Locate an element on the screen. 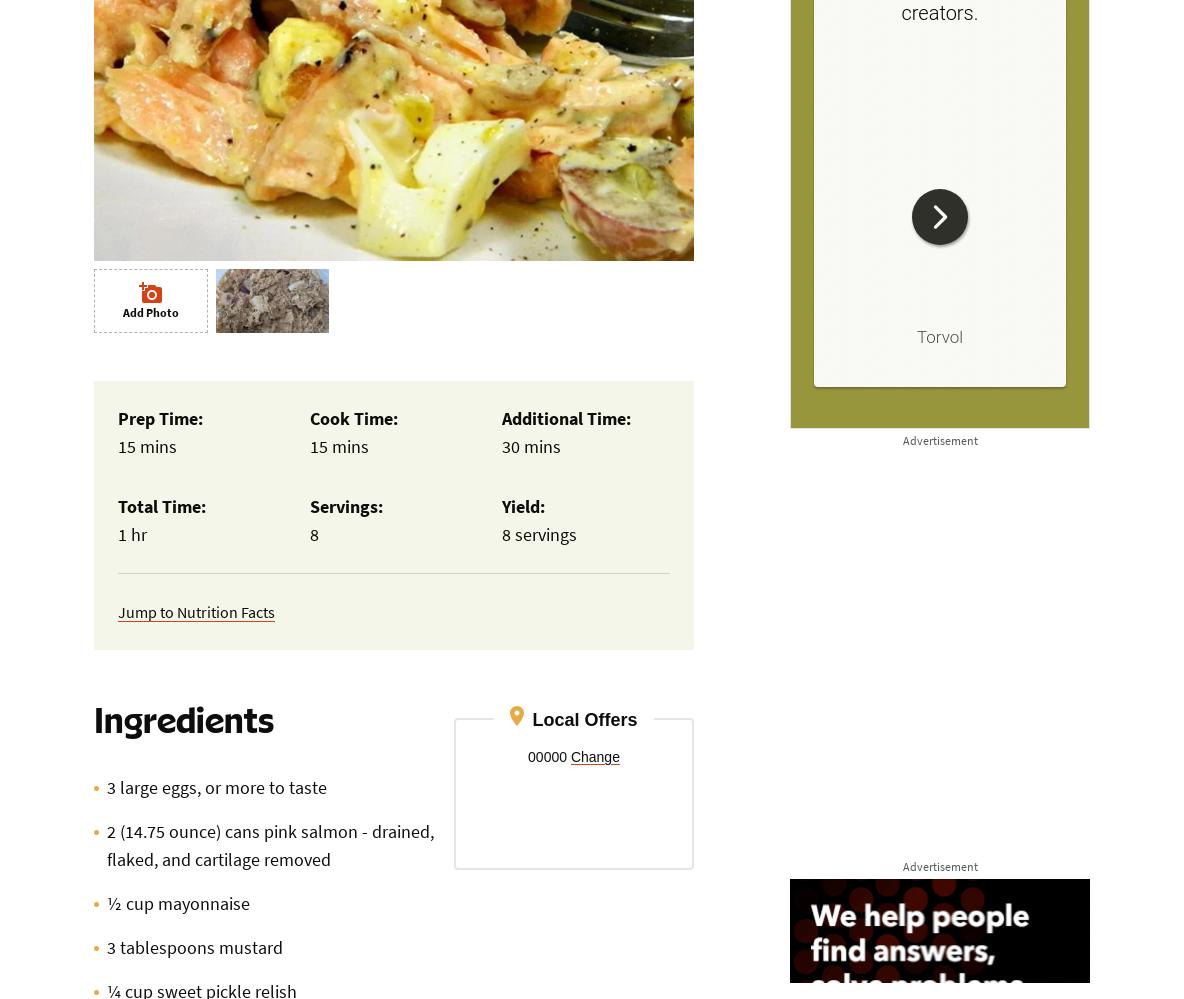 The height and width of the screenshot is (999, 1184). 'mayonnaise' is located at coordinates (203, 903).